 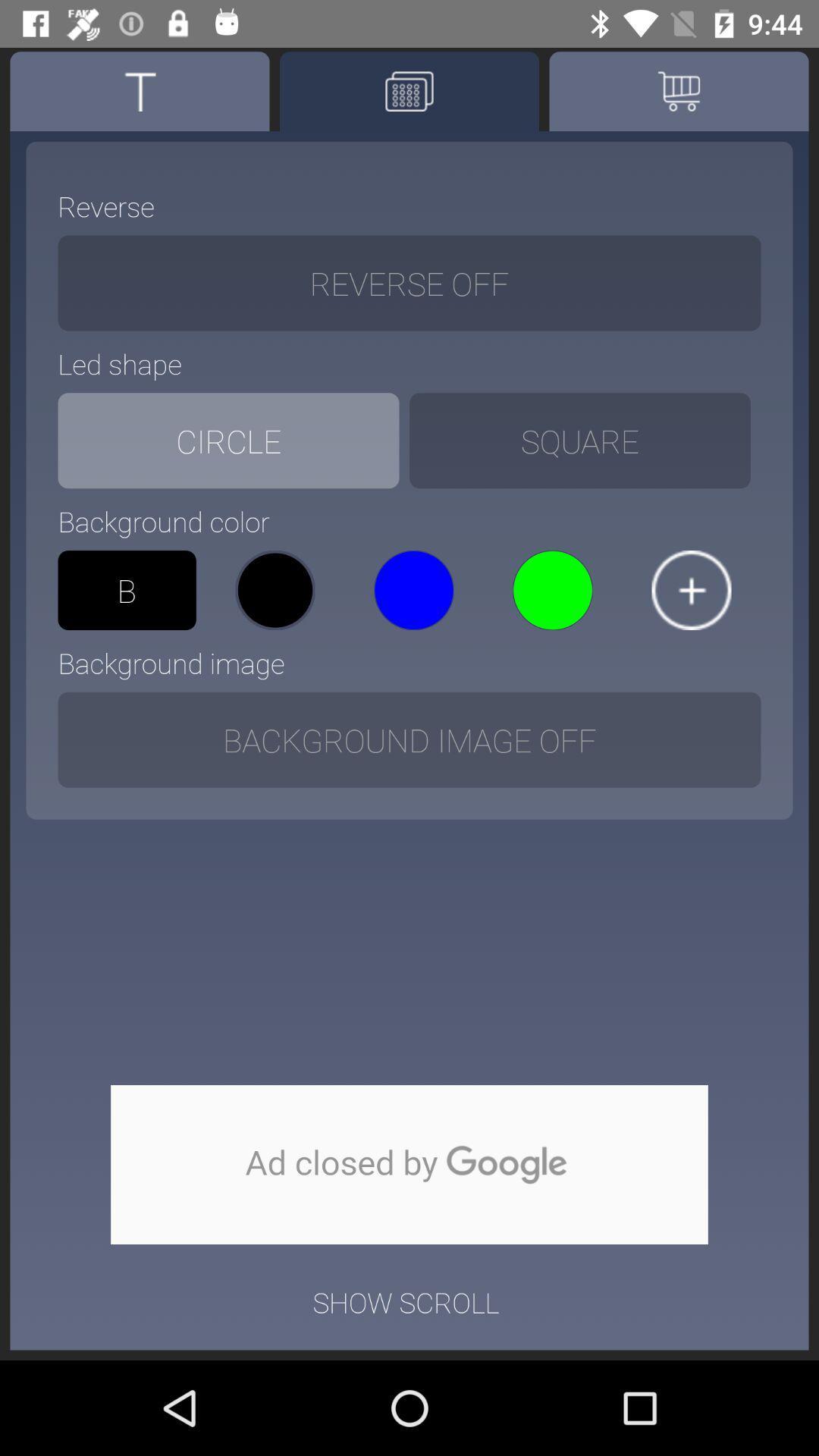 I want to click on the cart icon, so click(x=678, y=90).